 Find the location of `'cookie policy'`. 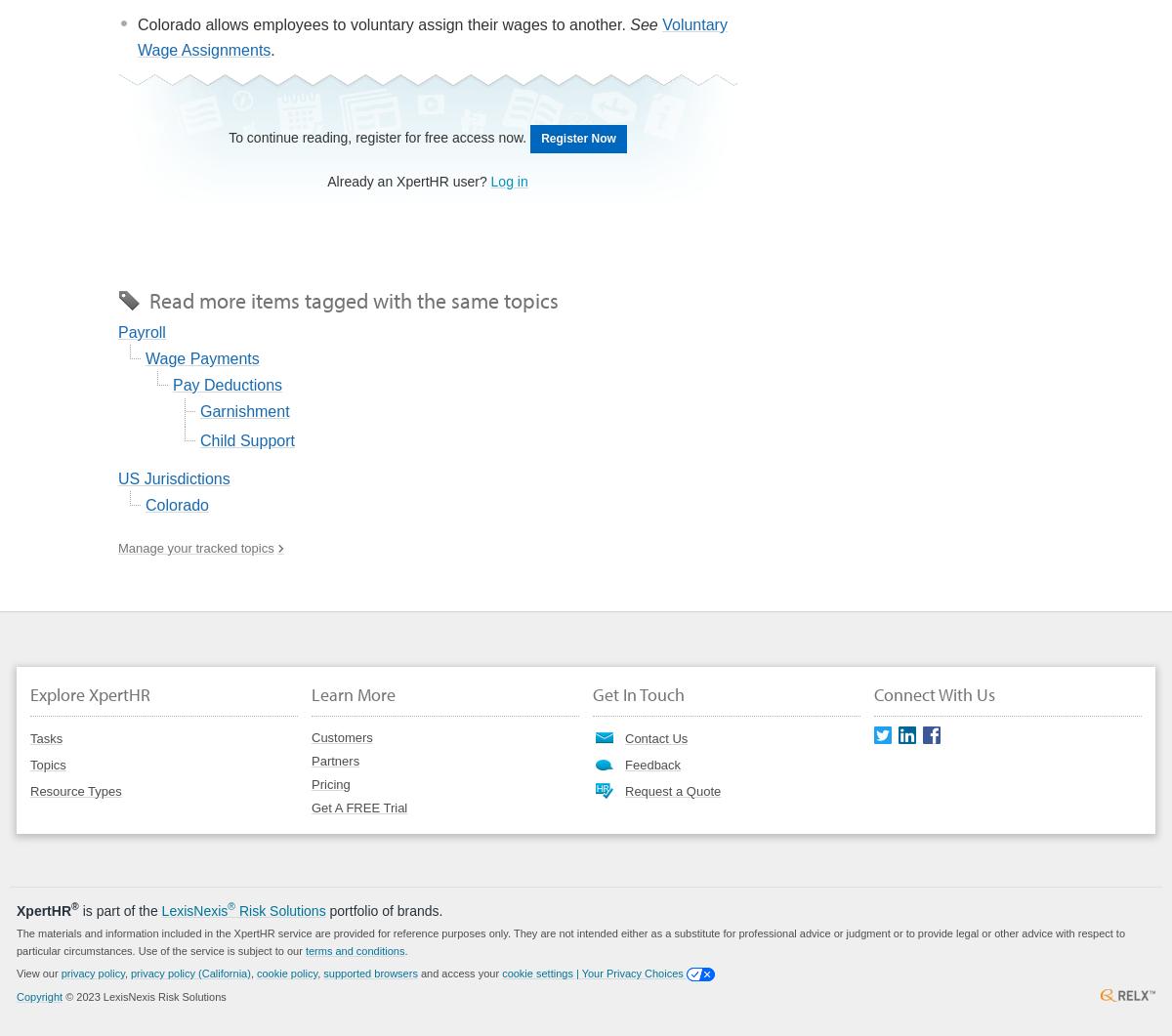

'cookie policy' is located at coordinates (286, 973).